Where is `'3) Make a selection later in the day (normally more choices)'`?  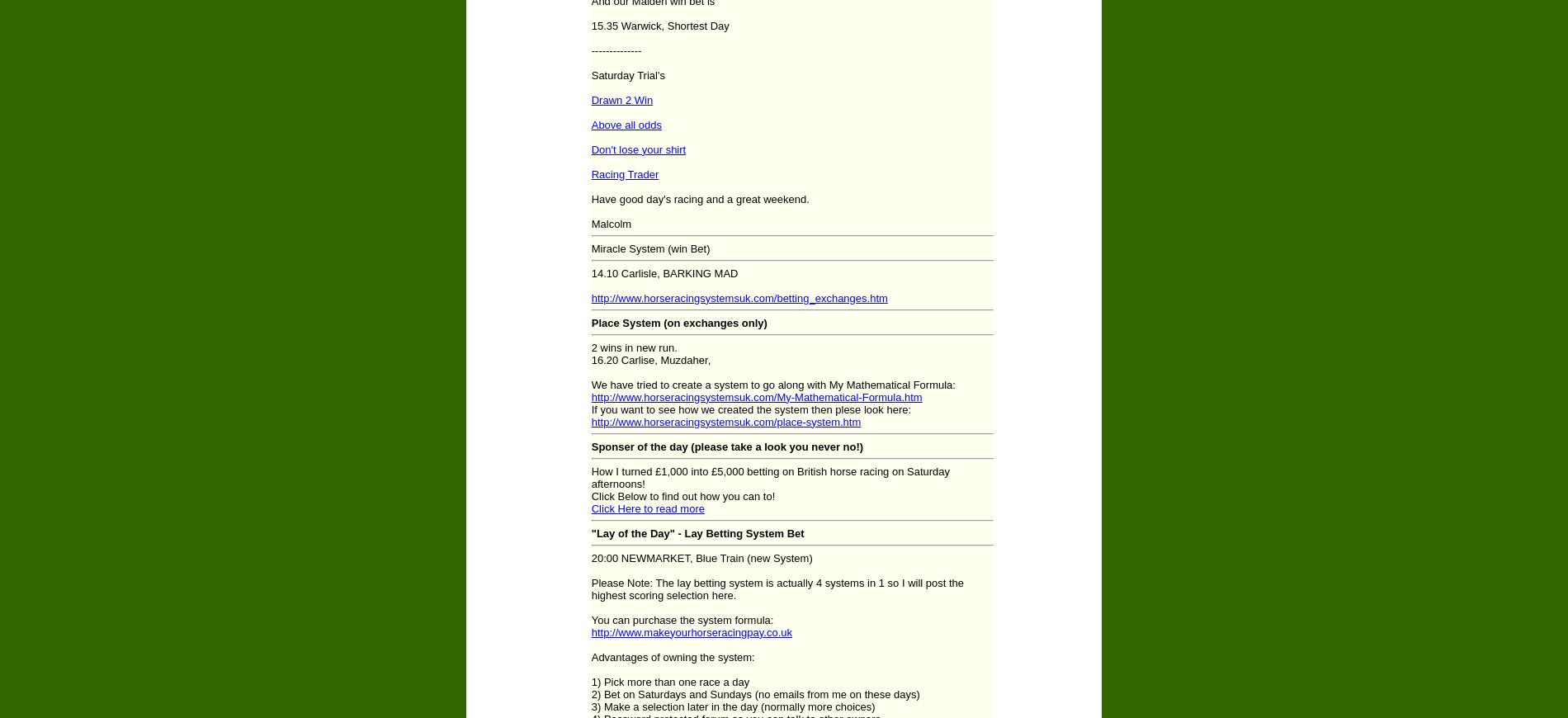
'3) Make a selection later in the day (normally more choices)' is located at coordinates (732, 706).